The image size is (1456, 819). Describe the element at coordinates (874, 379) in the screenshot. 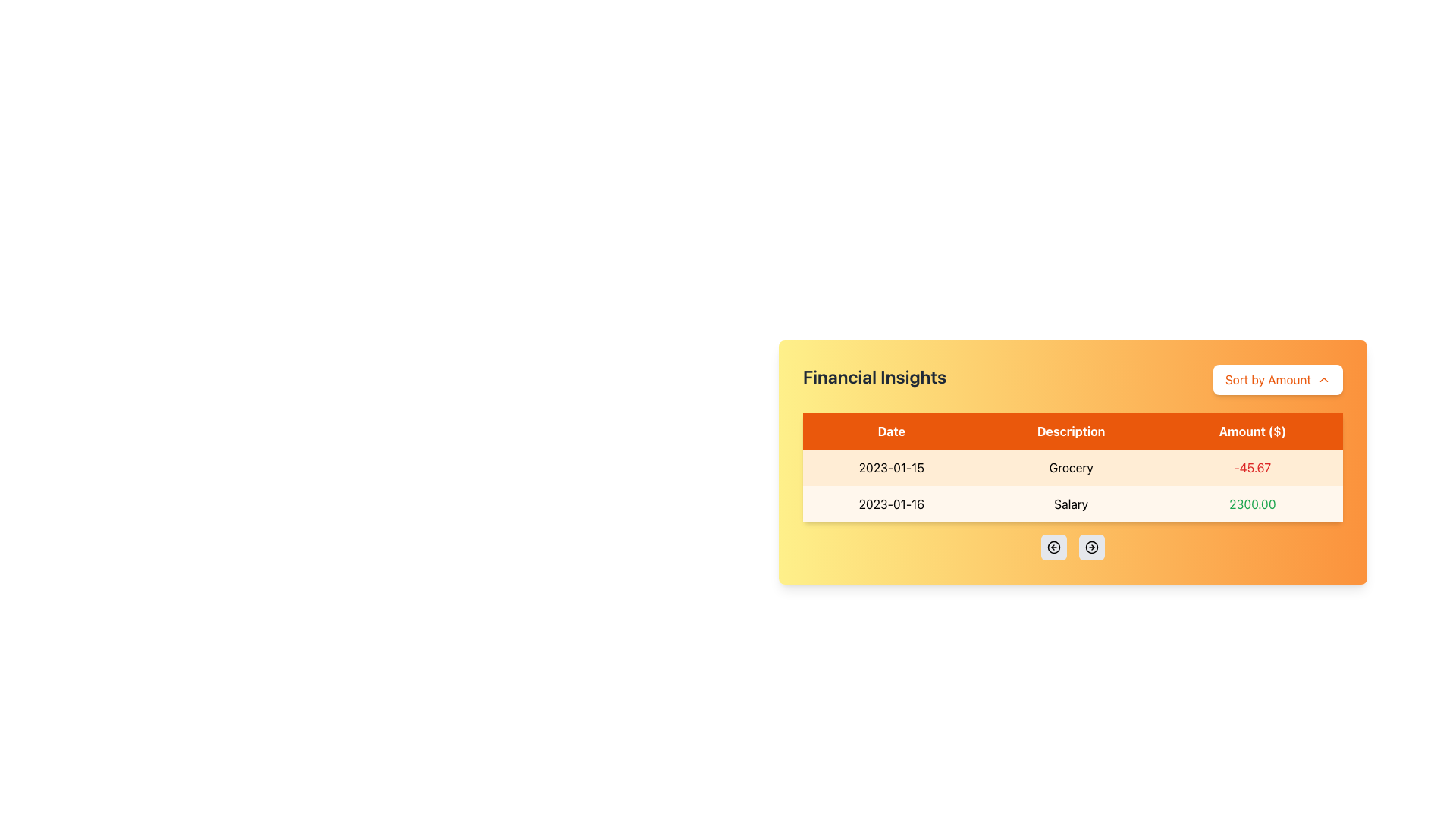

I see `the text label that serves as a title or header for financial information, located at the beginning of the header section` at that location.